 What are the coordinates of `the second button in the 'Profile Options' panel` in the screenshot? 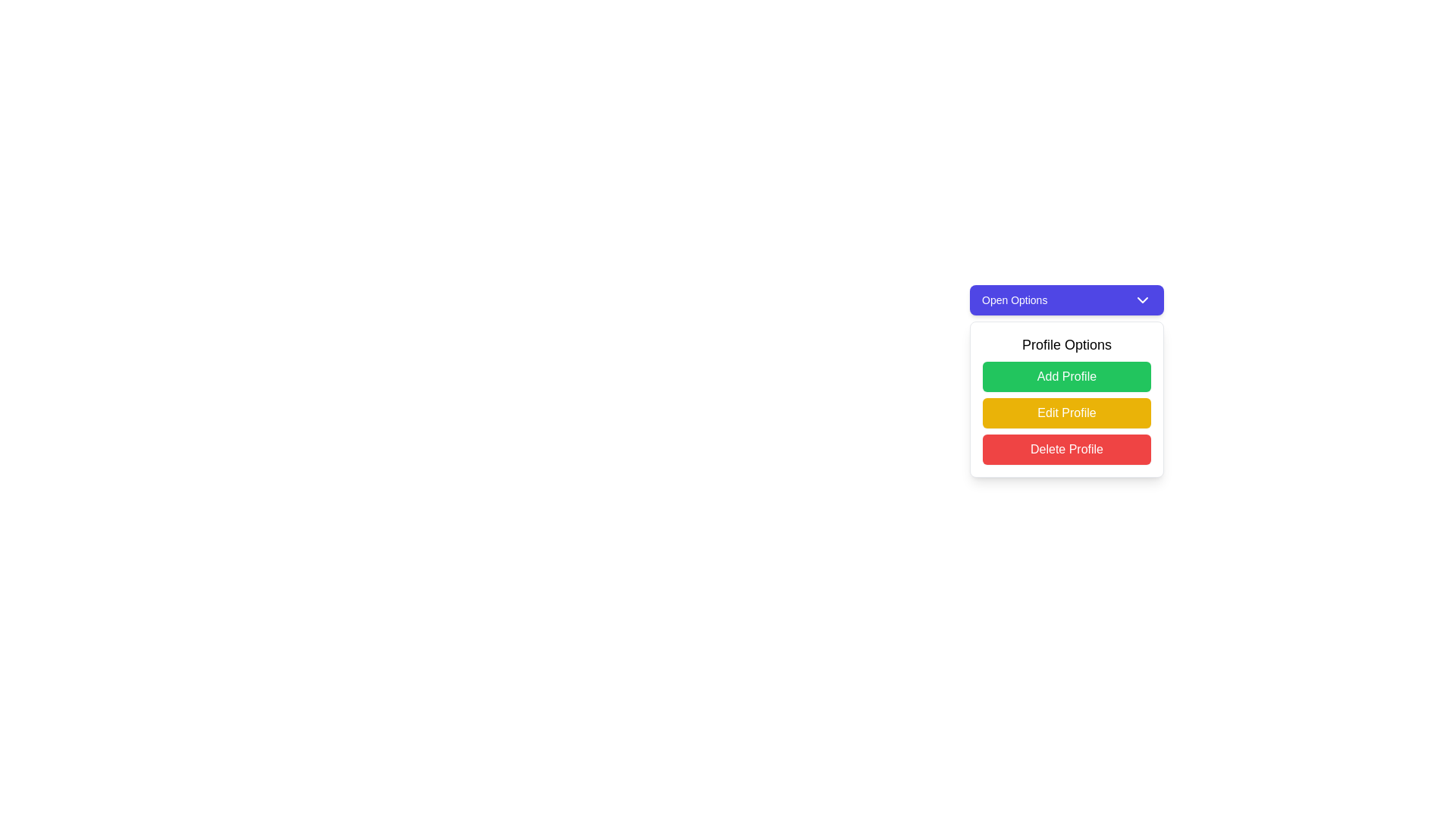 It's located at (1065, 413).